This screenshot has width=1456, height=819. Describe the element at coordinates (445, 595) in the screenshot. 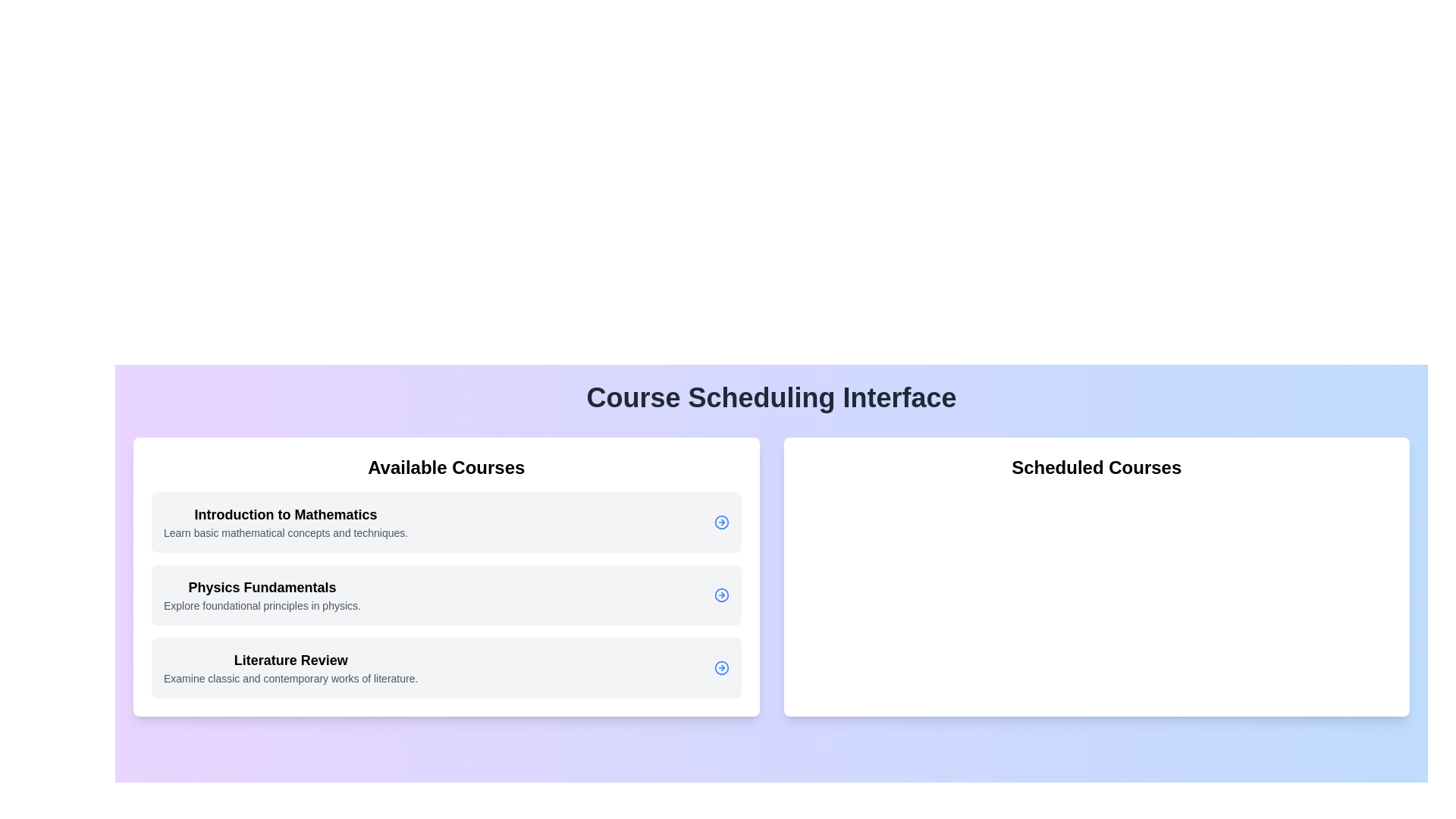

I see `the second informational card in the 'Available Courses' list` at that location.